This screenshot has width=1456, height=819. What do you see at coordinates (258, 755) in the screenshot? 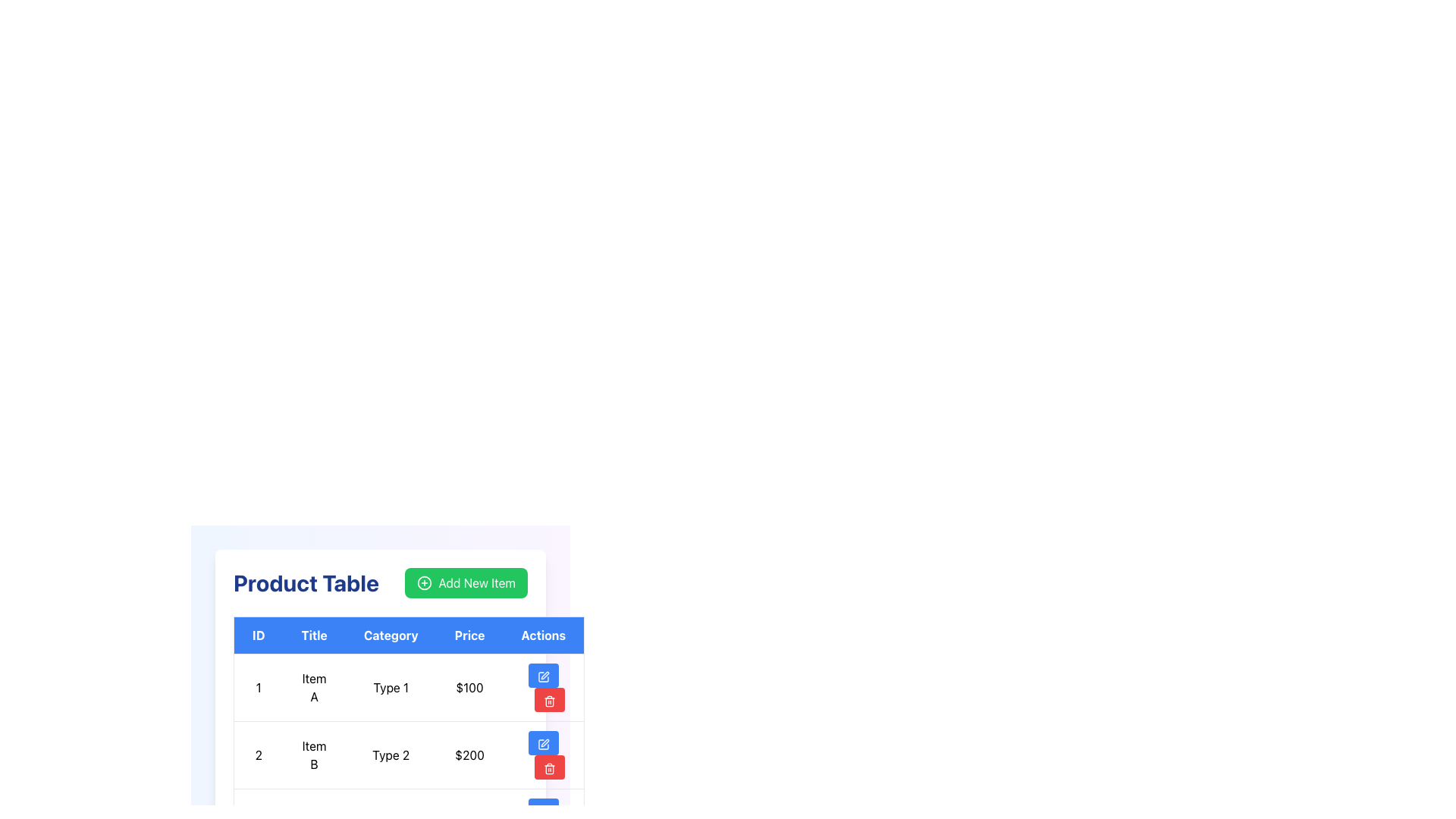
I see `the table cell containing the text '2' in the 'ID' column` at bounding box center [258, 755].